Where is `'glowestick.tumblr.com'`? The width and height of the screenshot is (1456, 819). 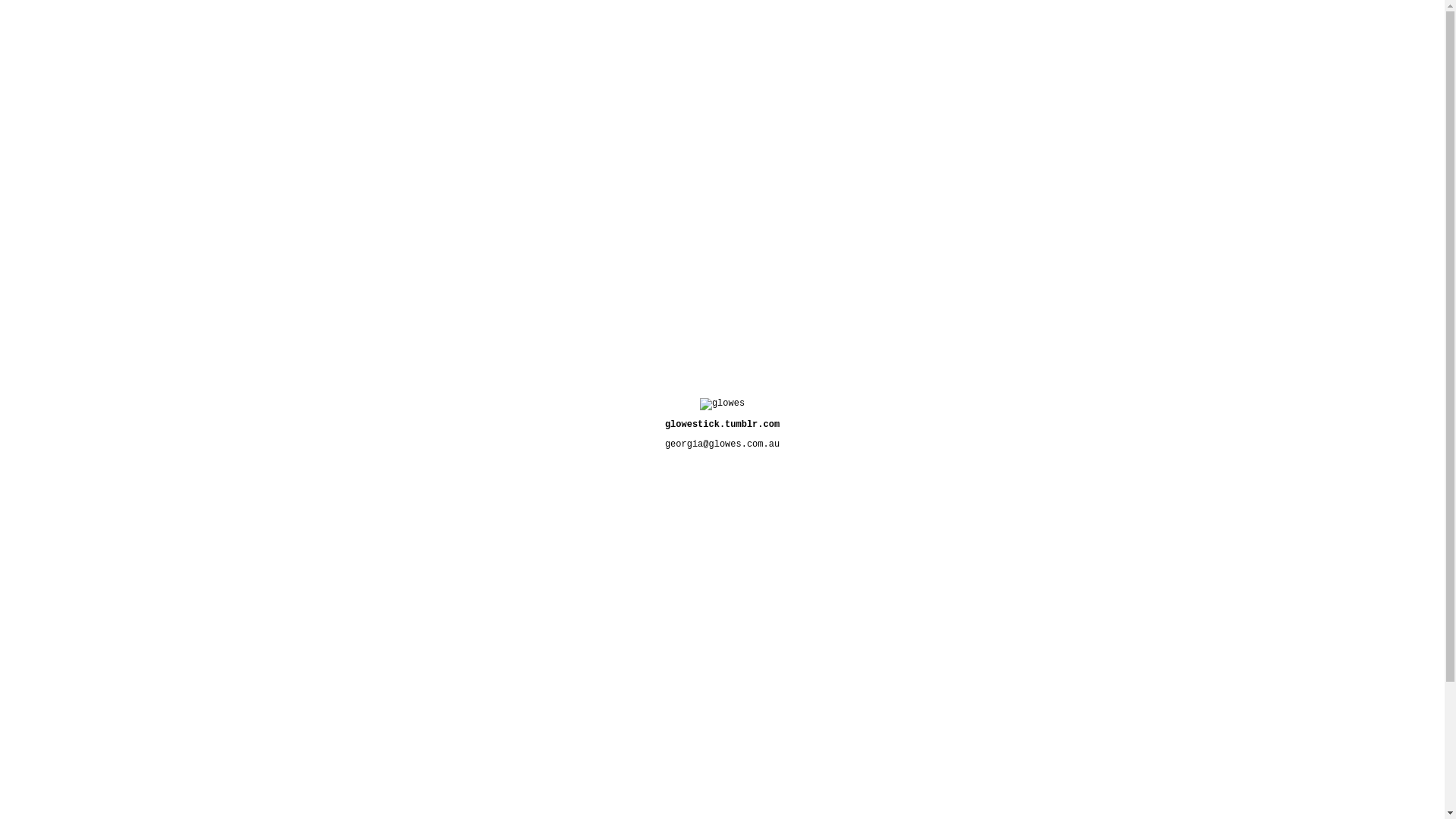
'glowestick.tumblr.com' is located at coordinates (721, 424).